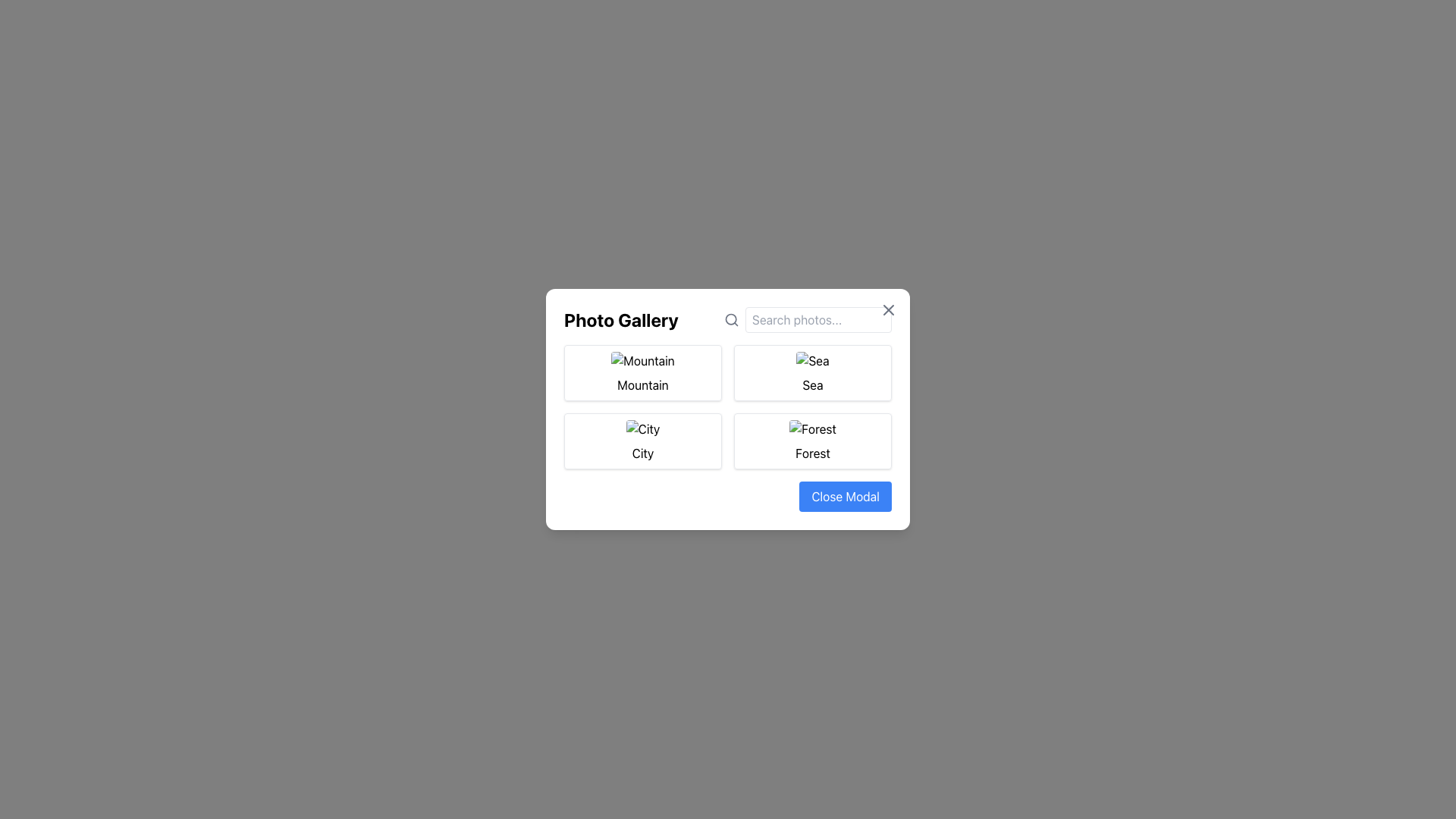  What do you see at coordinates (731, 318) in the screenshot?
I see `the circular element that resembles a magnifying glass's lens, which is part of the search icon located next to the input field in the header area of a modal window` at bounding box center [731, 318].